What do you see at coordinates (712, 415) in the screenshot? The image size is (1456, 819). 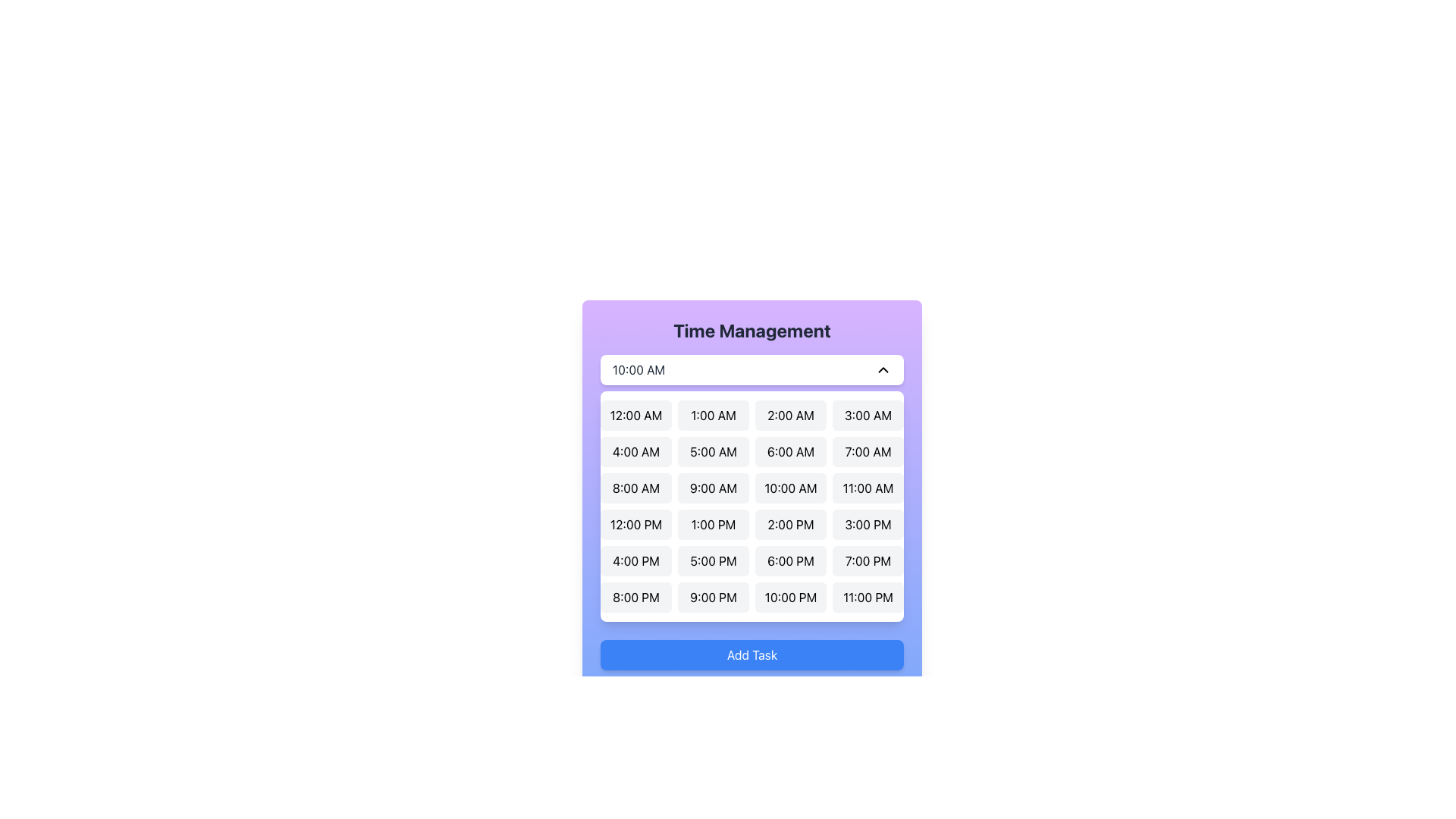 I see `the '1:00 AM' time selection button in the time selection widget` at bounding box center [712, 415].